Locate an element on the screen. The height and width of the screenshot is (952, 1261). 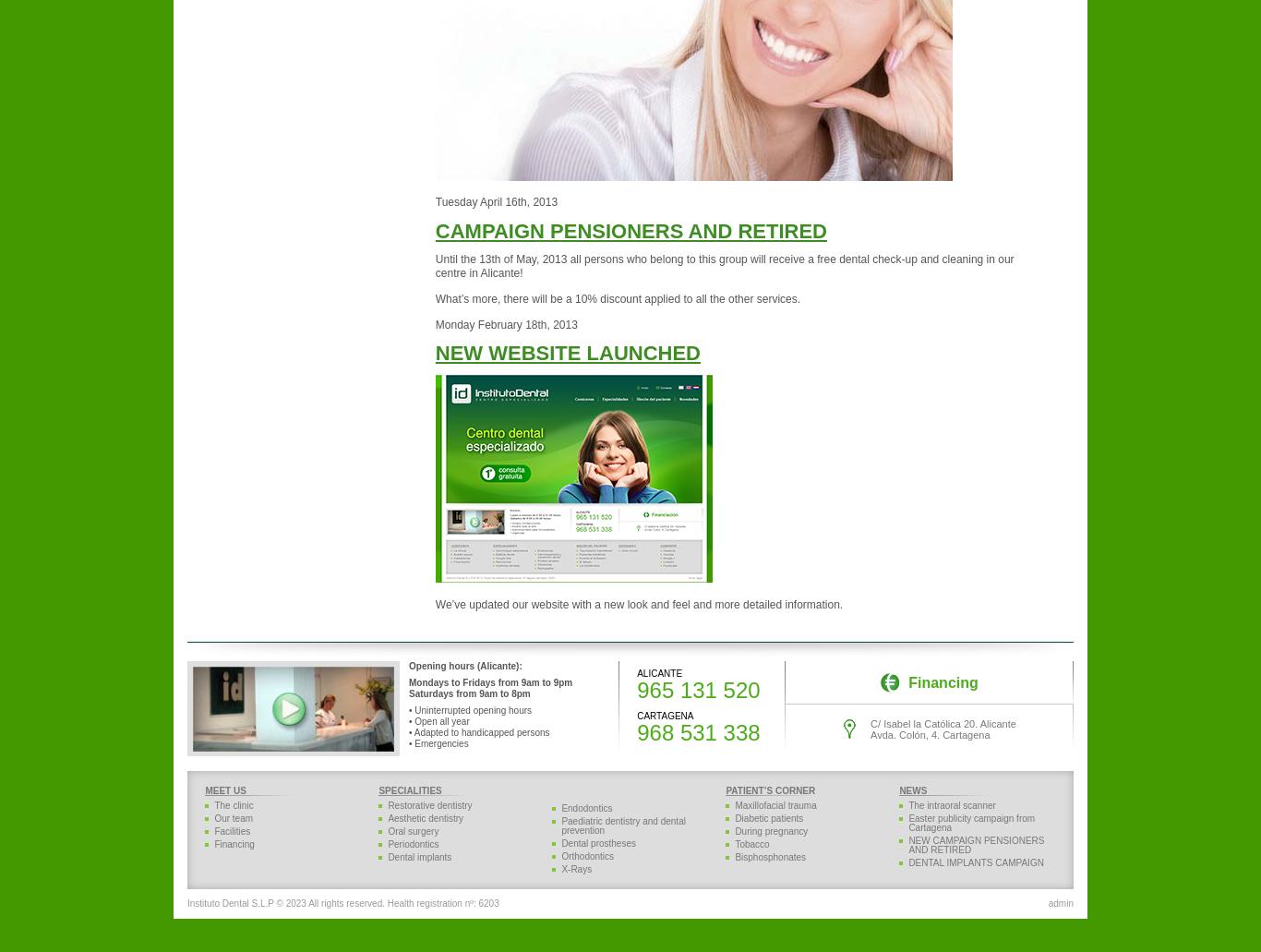
'Our team' is located at coordinates (233, 818).